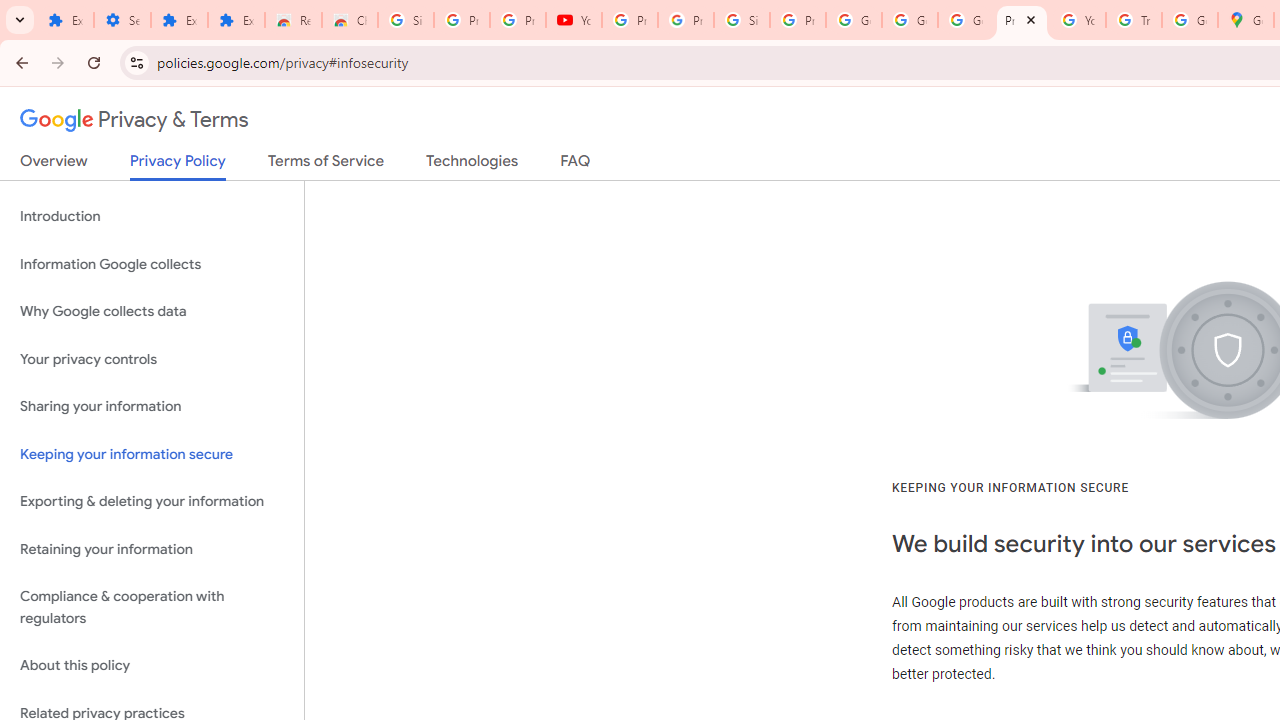 The height and width of the screenshot is (720, 1280). Describe the element at coordinates (151, 358) in the screenshot. I see `'Your privacy controls'` at that location.